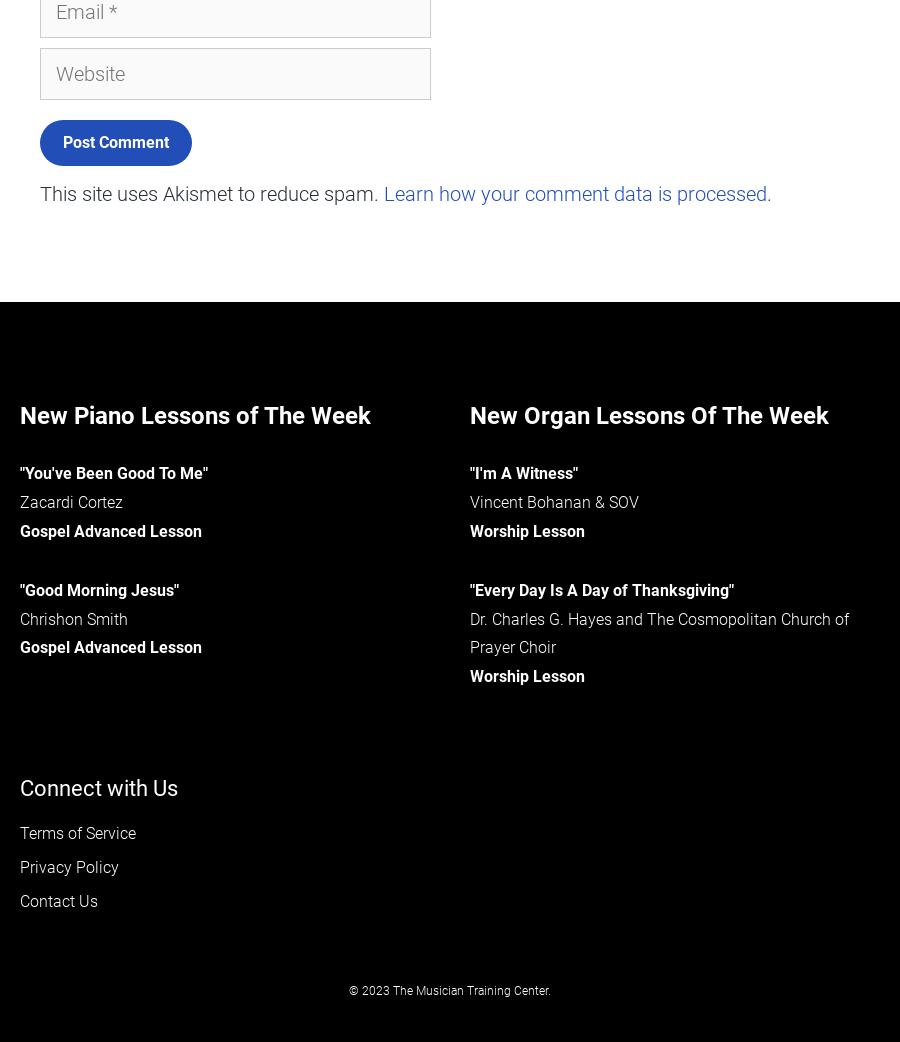 This screenshot has height=1042, width=900. I want to click on '"You've Been Good To Me"', so click(114, 473).